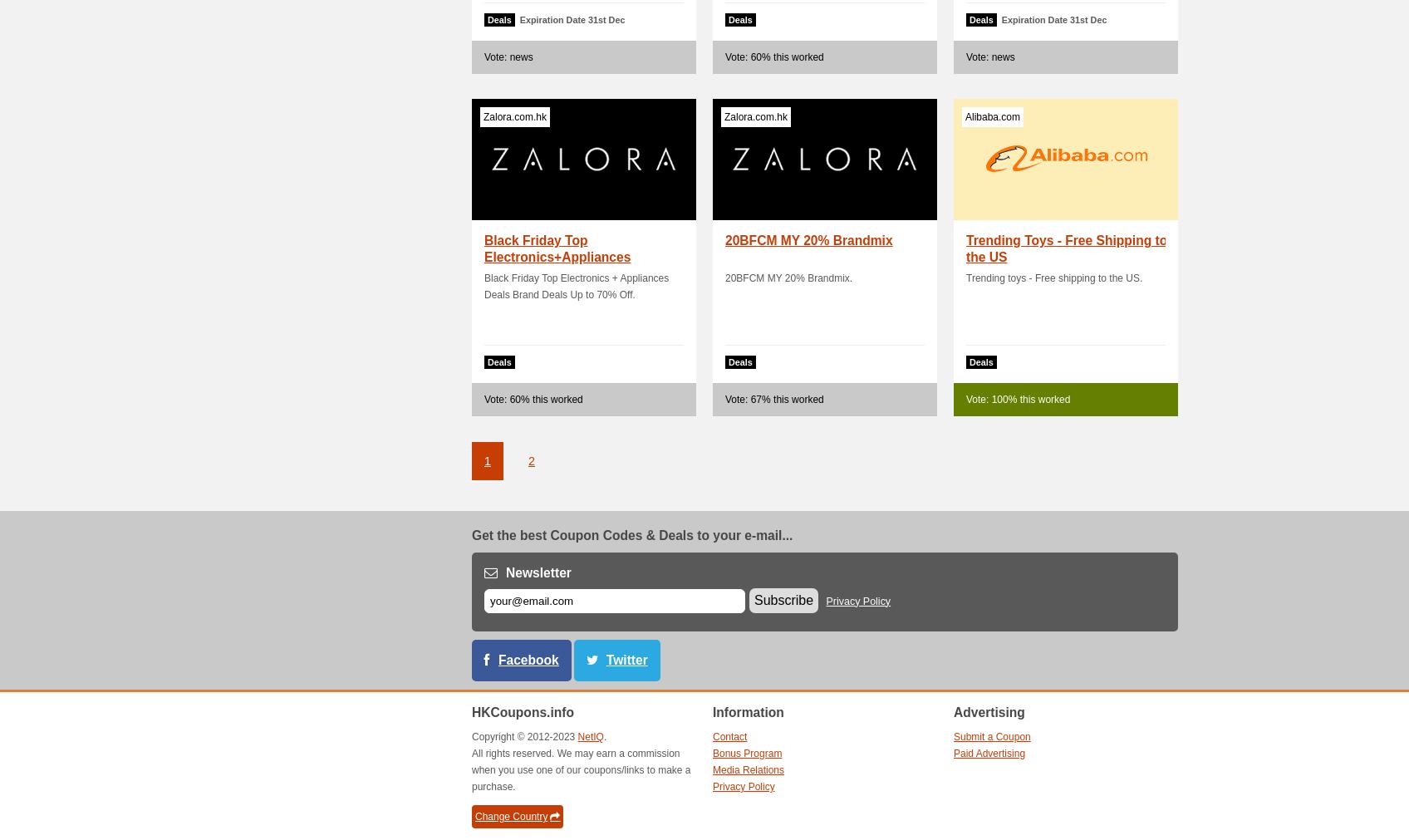 The width and height of the screenshot is (1409, 840). What do you see at coordinates (1053, 278) in the screenshot?
I see `'Trending toys - Free shipping to the US.'` at bounding box center [1053, 278].